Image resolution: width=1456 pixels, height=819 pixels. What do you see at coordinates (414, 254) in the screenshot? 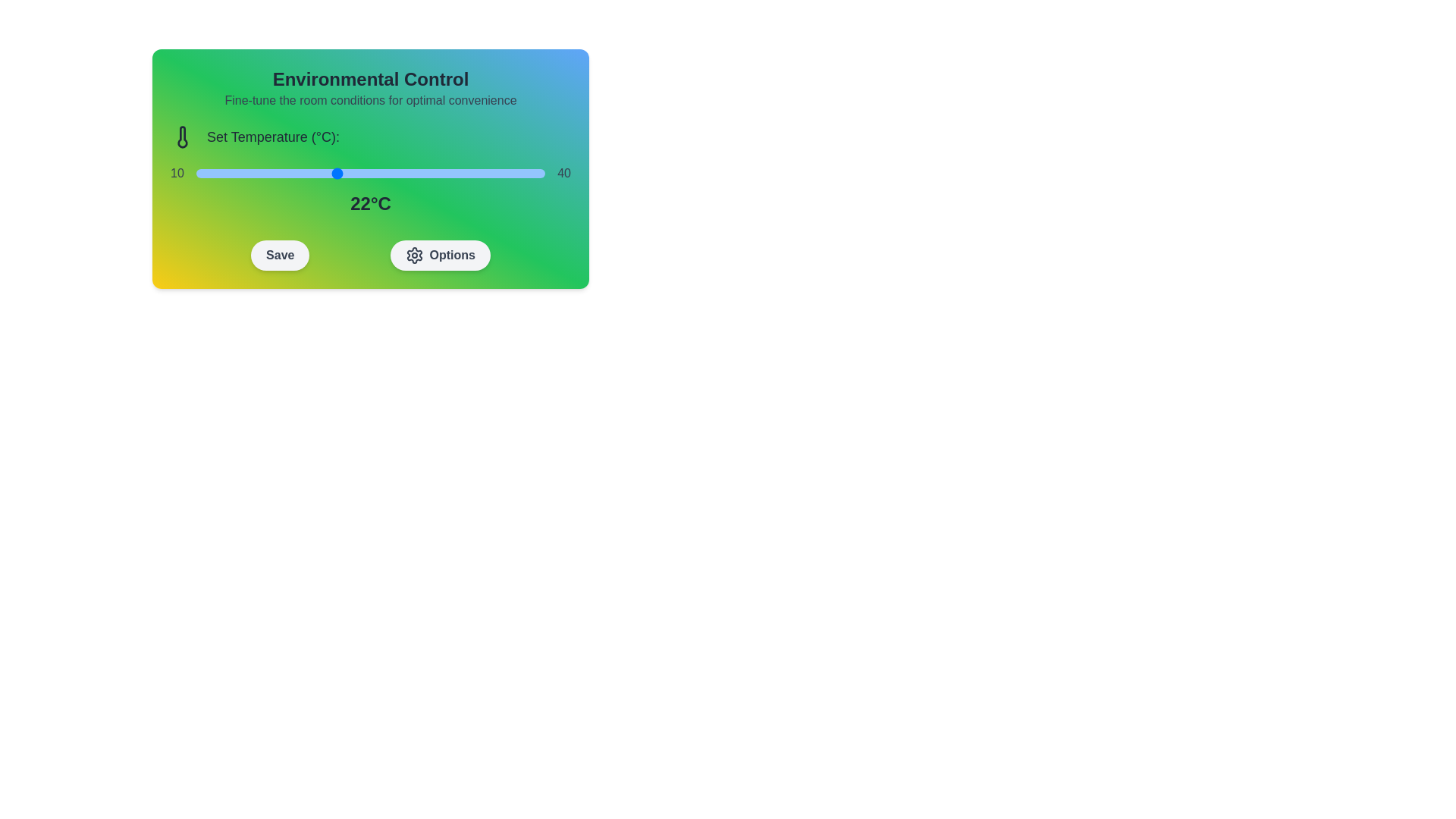
I see `the settings icon located to the left of the 'Options' button in the bottom-right corner of the card-like UI component` at bounding box center [414, 254].